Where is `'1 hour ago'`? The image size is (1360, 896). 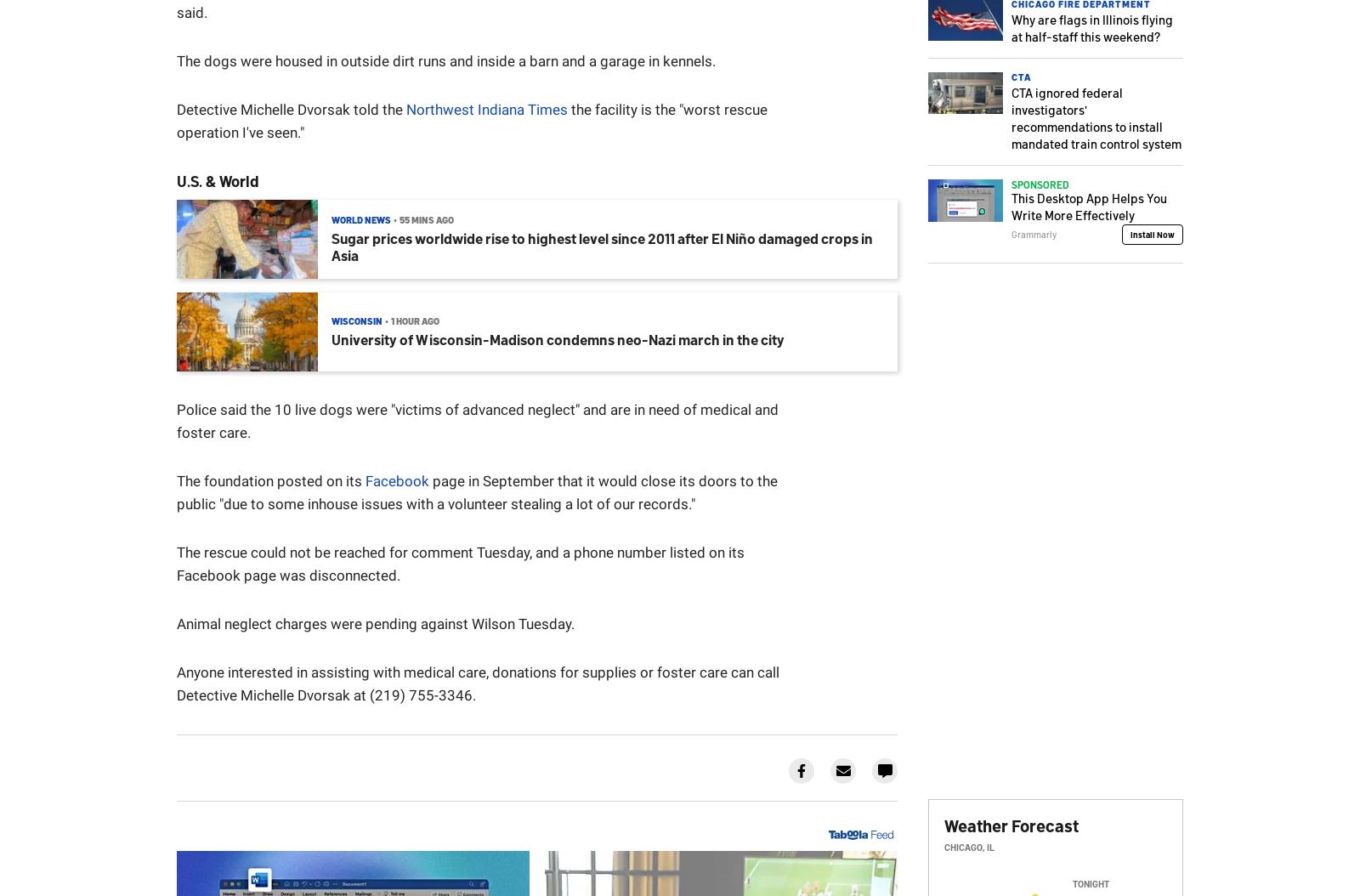
'1 hour ago' is located at coordinates (414, 319).